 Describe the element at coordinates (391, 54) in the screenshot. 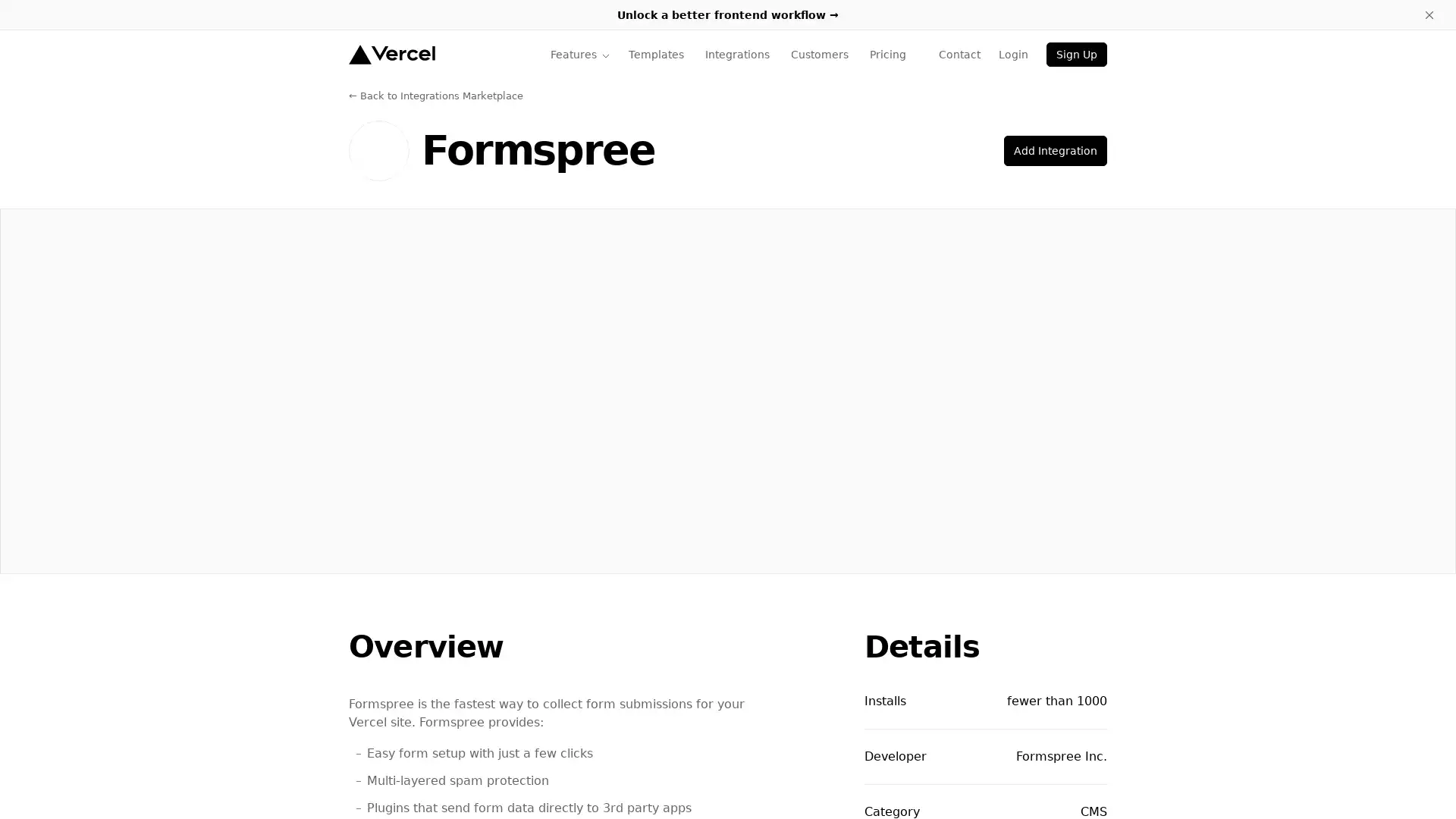

I see `home` at that location.